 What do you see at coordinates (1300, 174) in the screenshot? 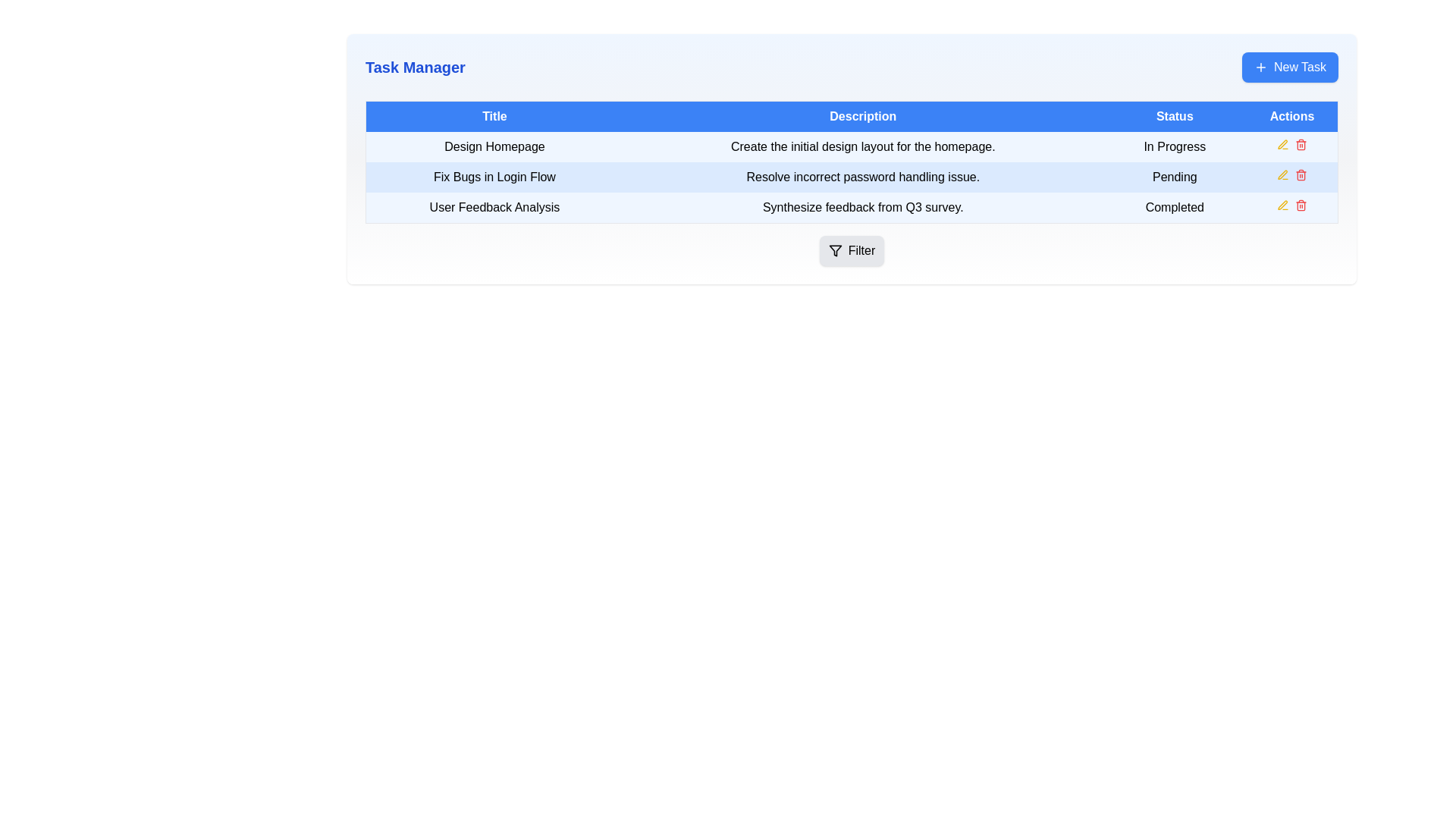
I see `the red-colored trash bin icon button in the second row of the 'Actions' column` at bounding box center [1300, 174].